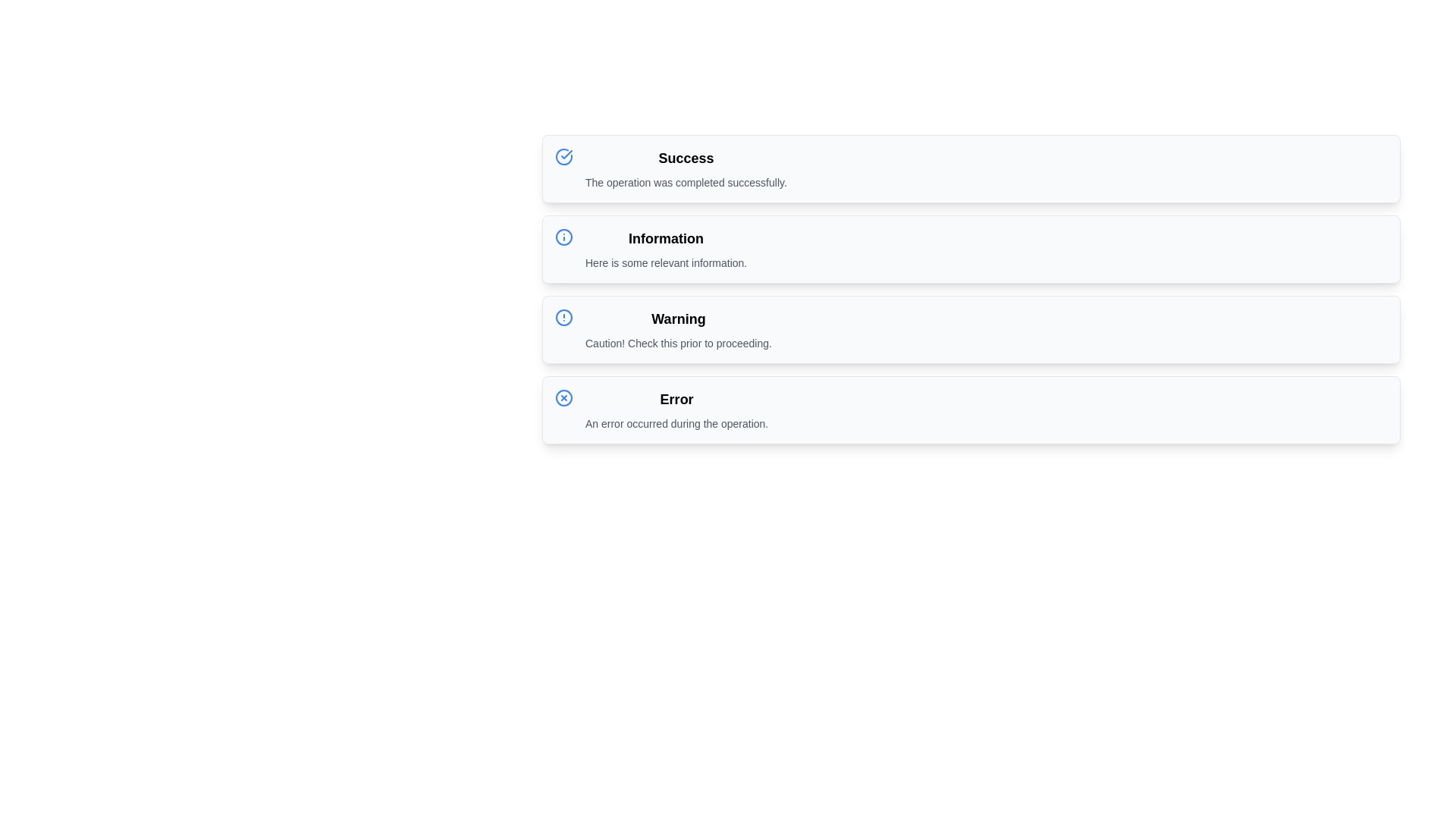  Describe the element at coordinates (685, 181) in the screenshot. I see `the static text element reading 'The operation was completed successfully.' located under the 'Success' header in the notification panel` at that location.